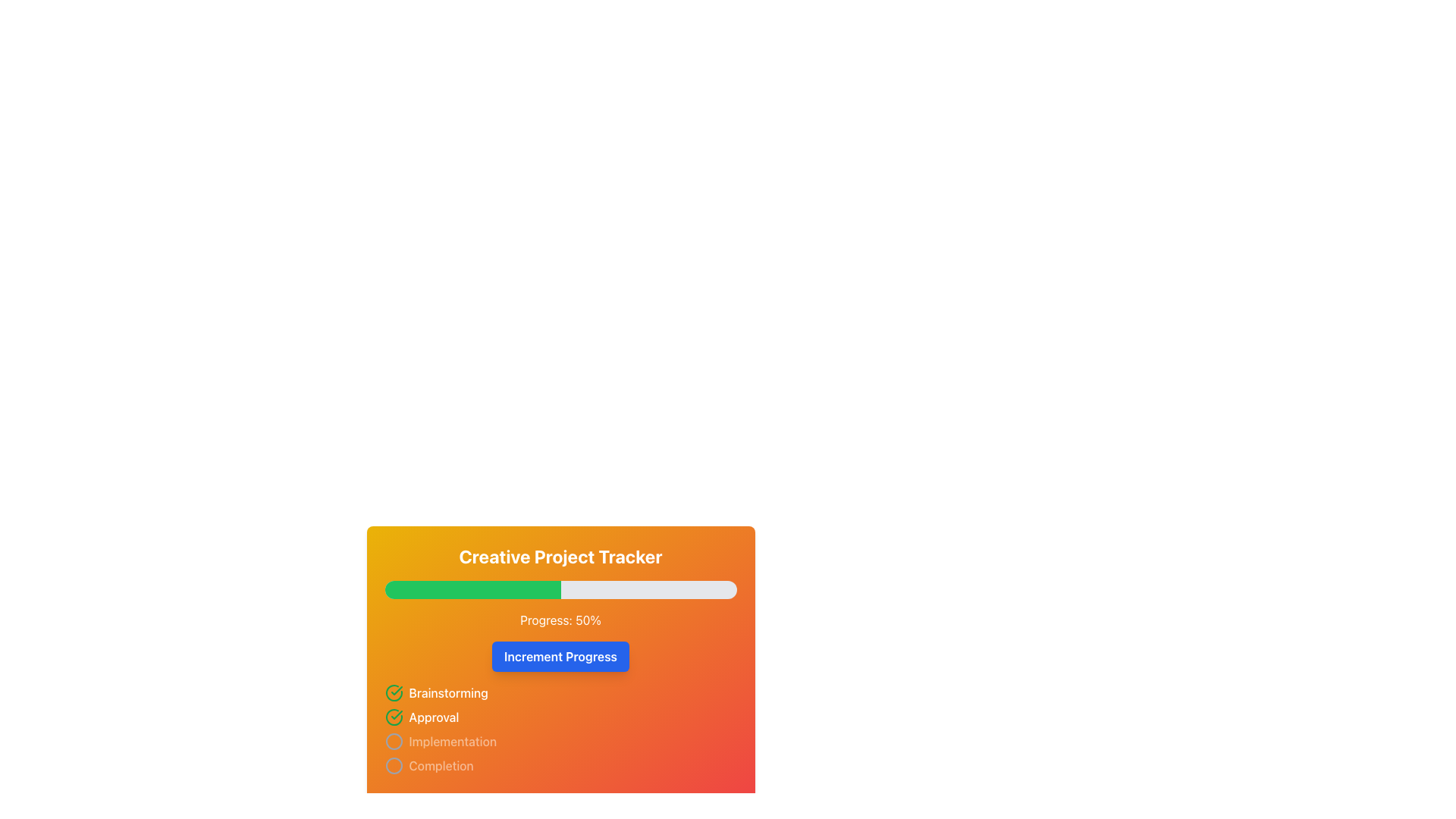 Image resolution: width=1456 pixels, height=819 pixels. What do you see at coordinates (560, 662) in the screenshot?
I see `progress status from the 'Creative Project Tracker' module, which displays a progress bar labeled 'Progress: 50%'` at bounding box center [560, 662].